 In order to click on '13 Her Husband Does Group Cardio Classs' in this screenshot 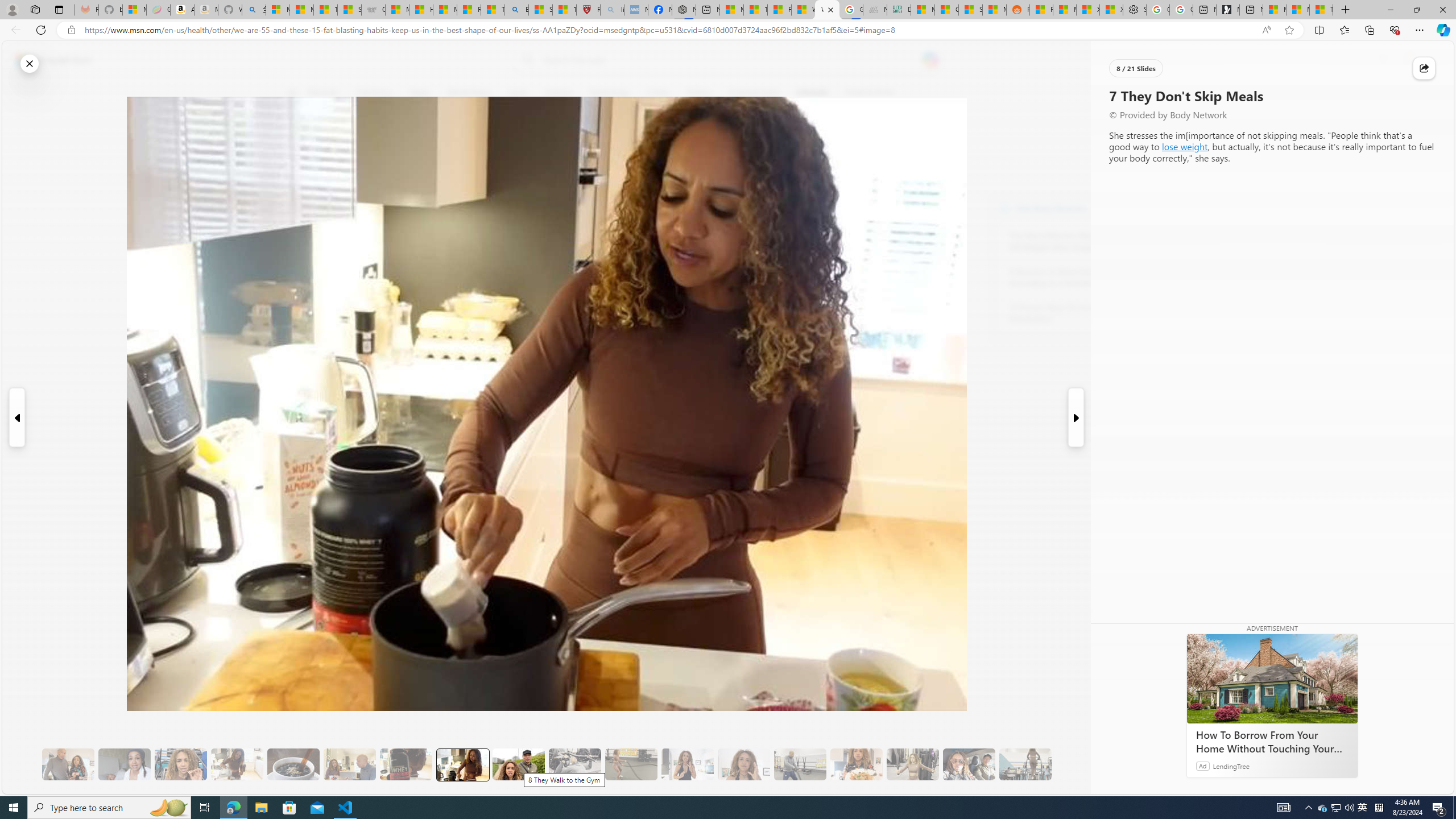, I will do `click(800, 764)`.